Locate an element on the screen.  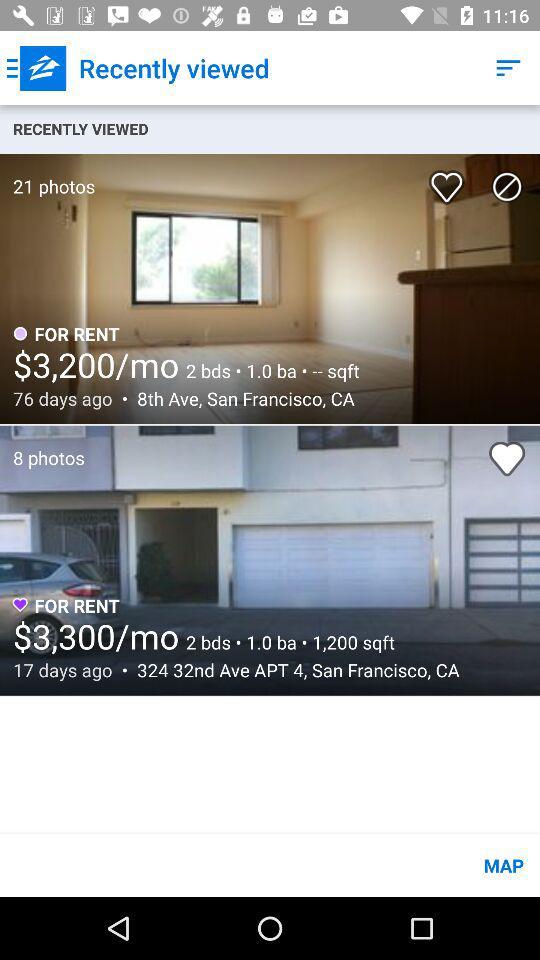
icon to the right of 17 days ago item is located at coordinates (292, 670).